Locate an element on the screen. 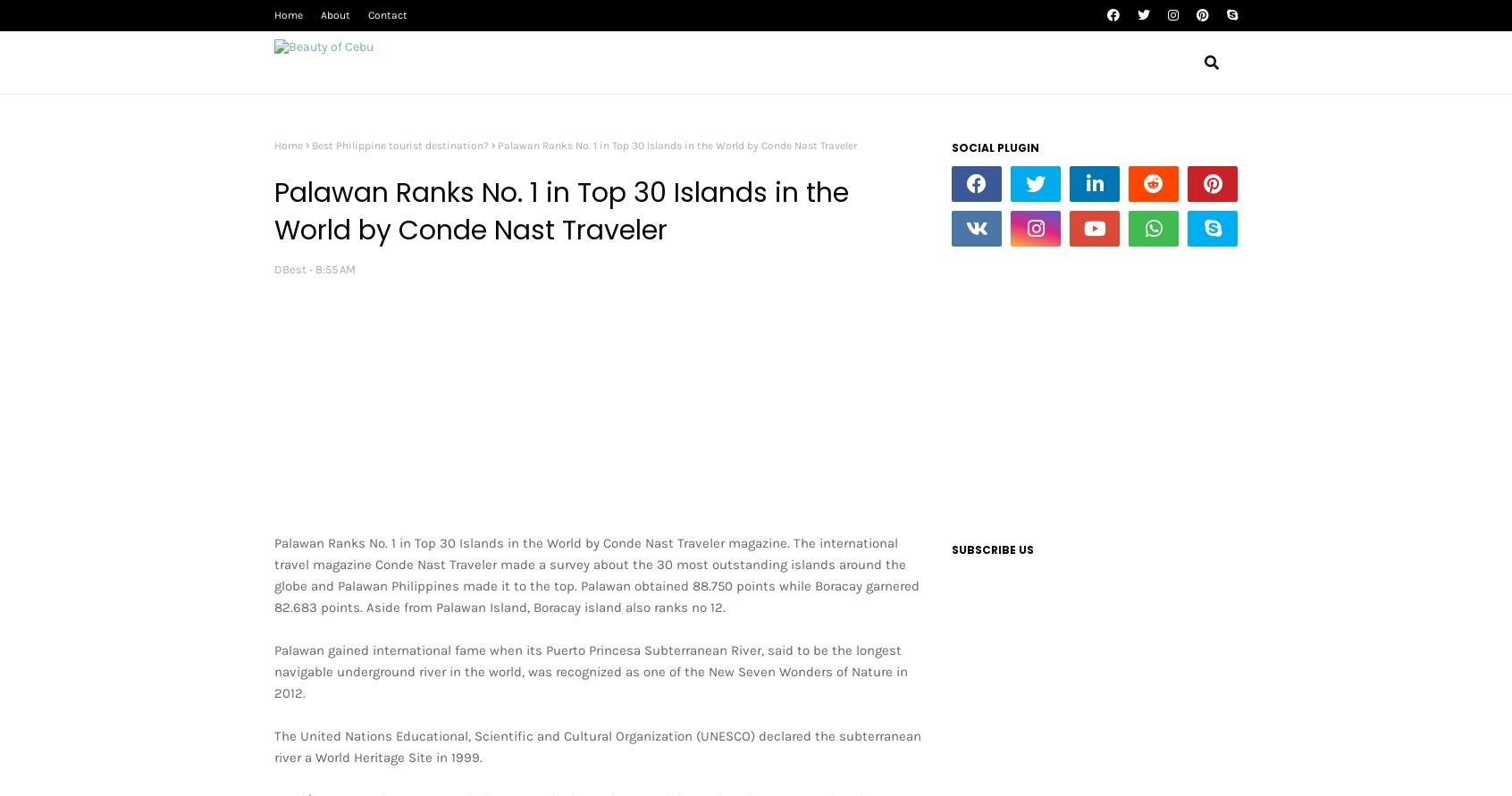 This screenshot has height=796, width=1512. 'Best Philippine tourist destination?' is located at coordinates (399, 144).